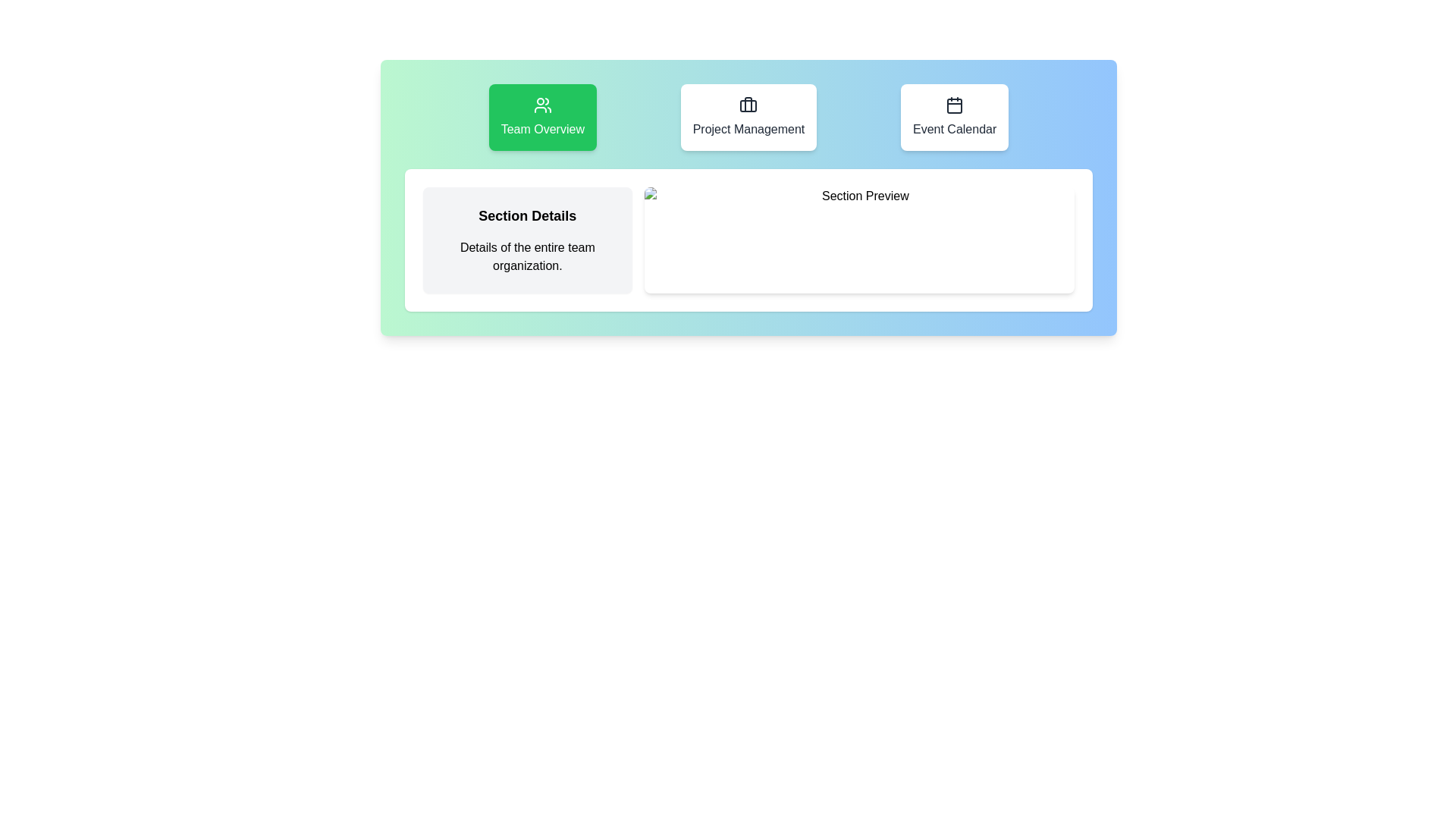  Describe the element at coordinates (954, 128) in the screenshot. I see `the 'Event Calendar' text label located at the bottom of the third card in the top row, which acts as a title for calendar-based events` at that location.